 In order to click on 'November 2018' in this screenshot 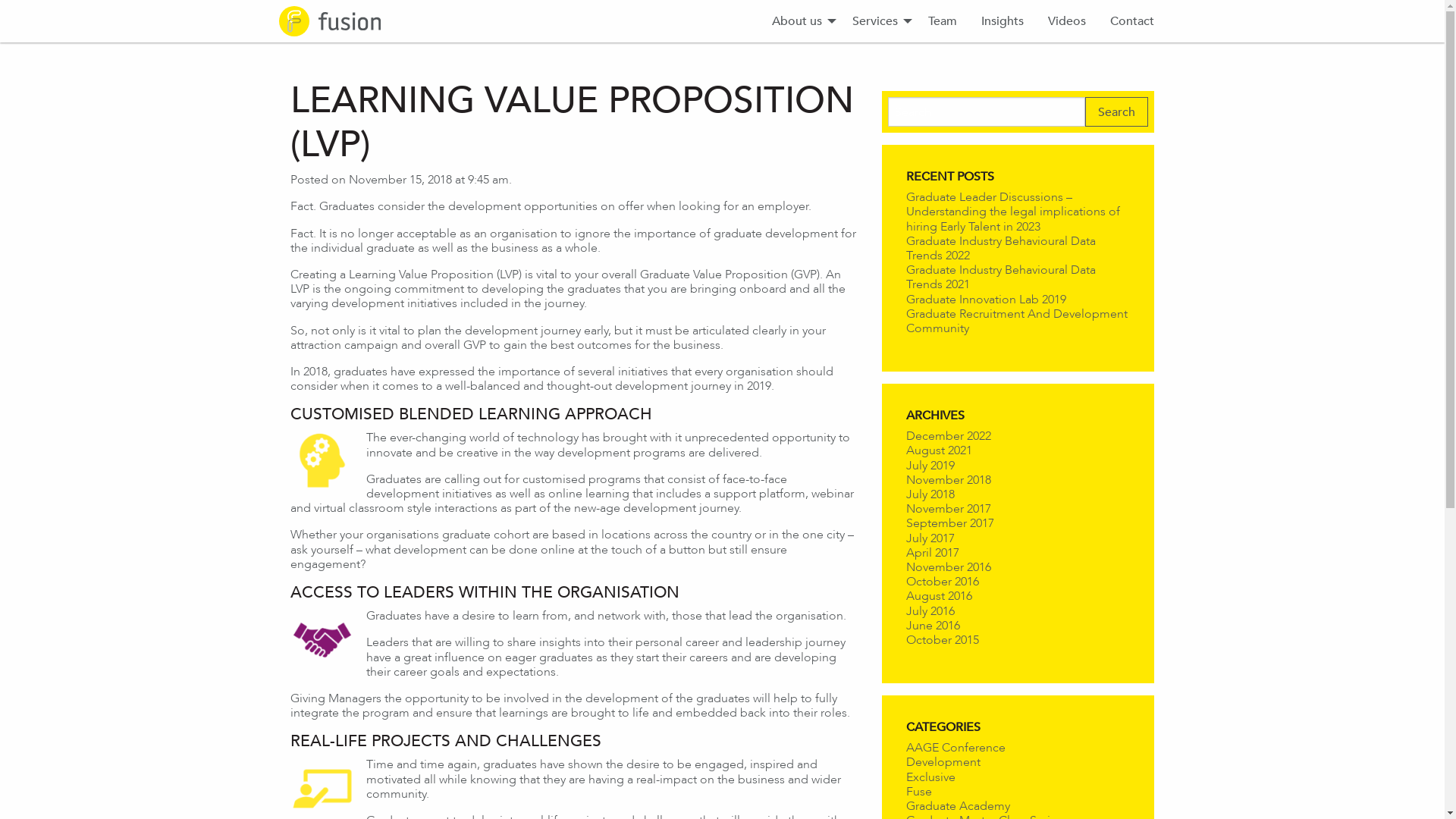, I will do `click(946, 479)`.